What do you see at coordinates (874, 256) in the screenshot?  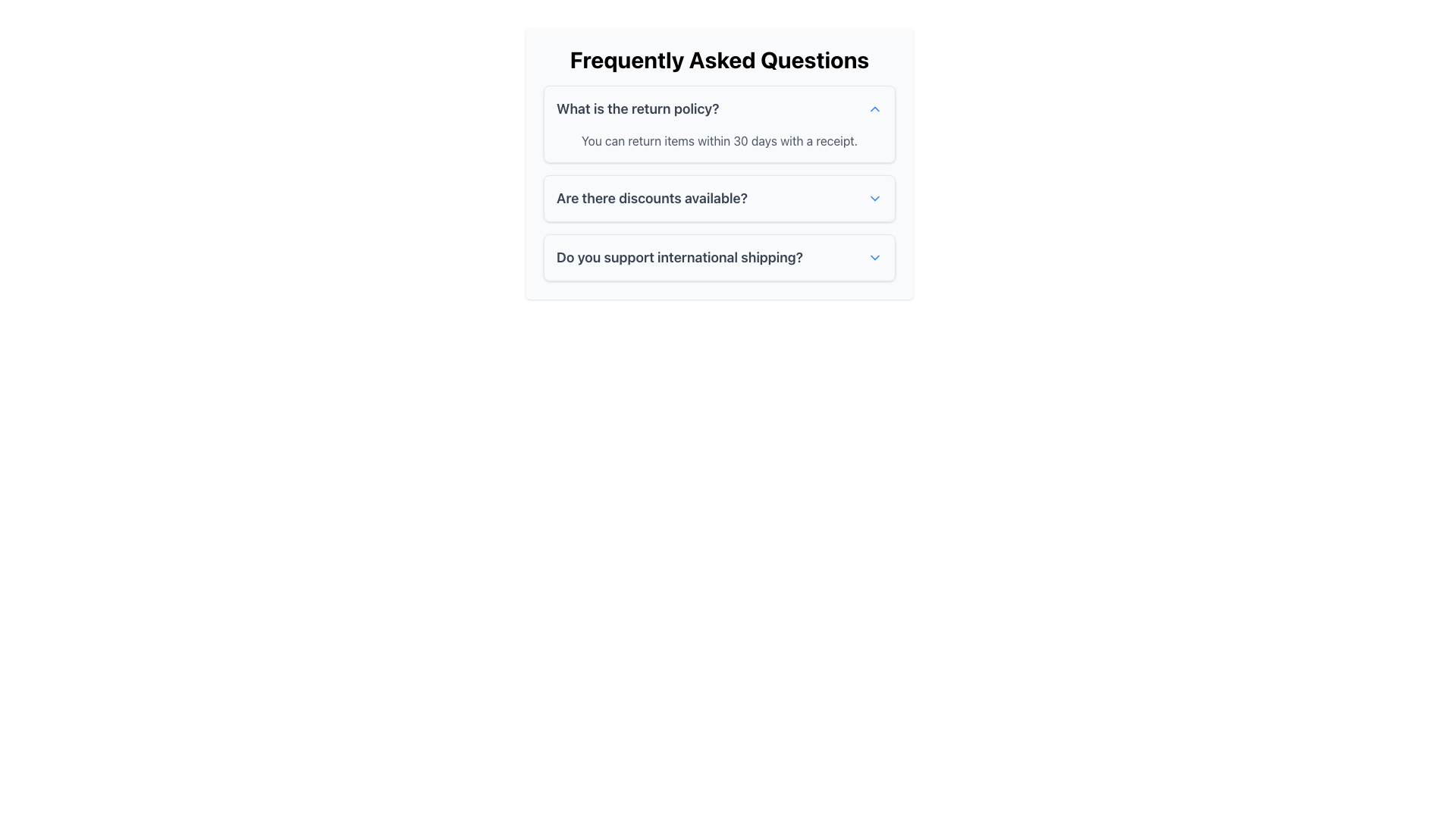 I see `the downward-facing blue chevron icon next to the question 'Do you support international shipping?'` at bounding box center [874, 256].